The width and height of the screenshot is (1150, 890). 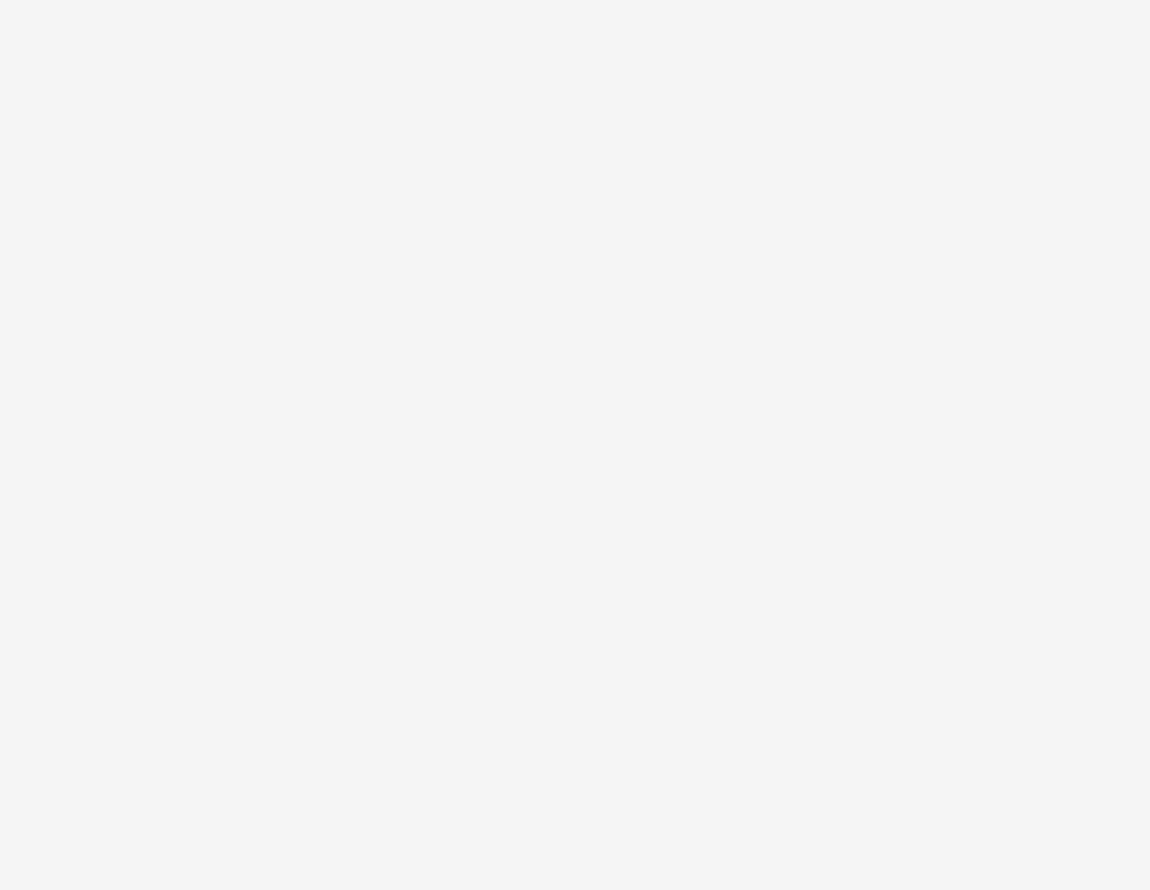 What do you see at coordinates (195, 575) in the screenshot?
I see `'(519) 888-7465 x77273'` at bounding box center [195, 575].